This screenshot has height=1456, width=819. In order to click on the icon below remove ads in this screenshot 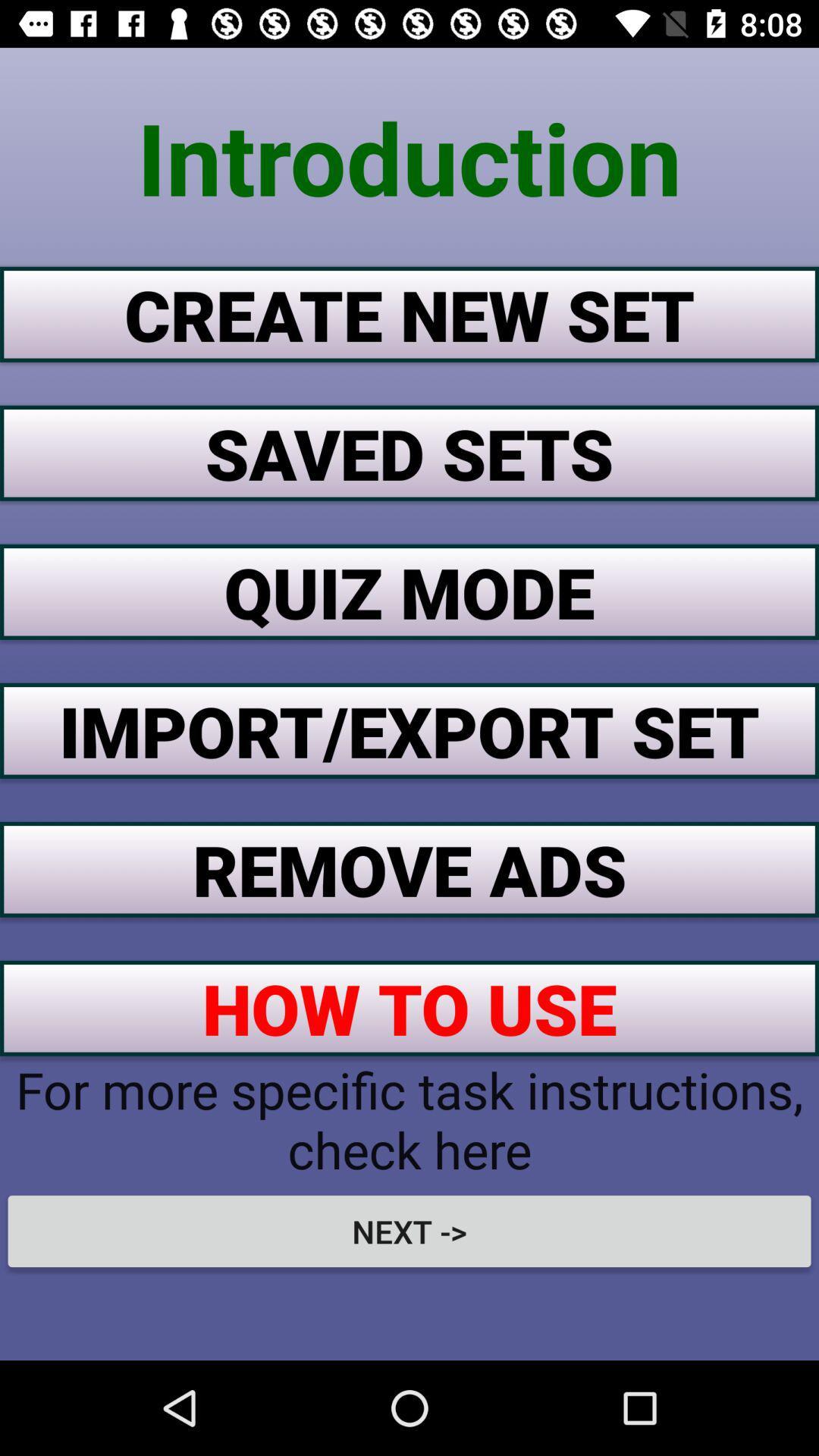, I will do `click(409, 1008)`.